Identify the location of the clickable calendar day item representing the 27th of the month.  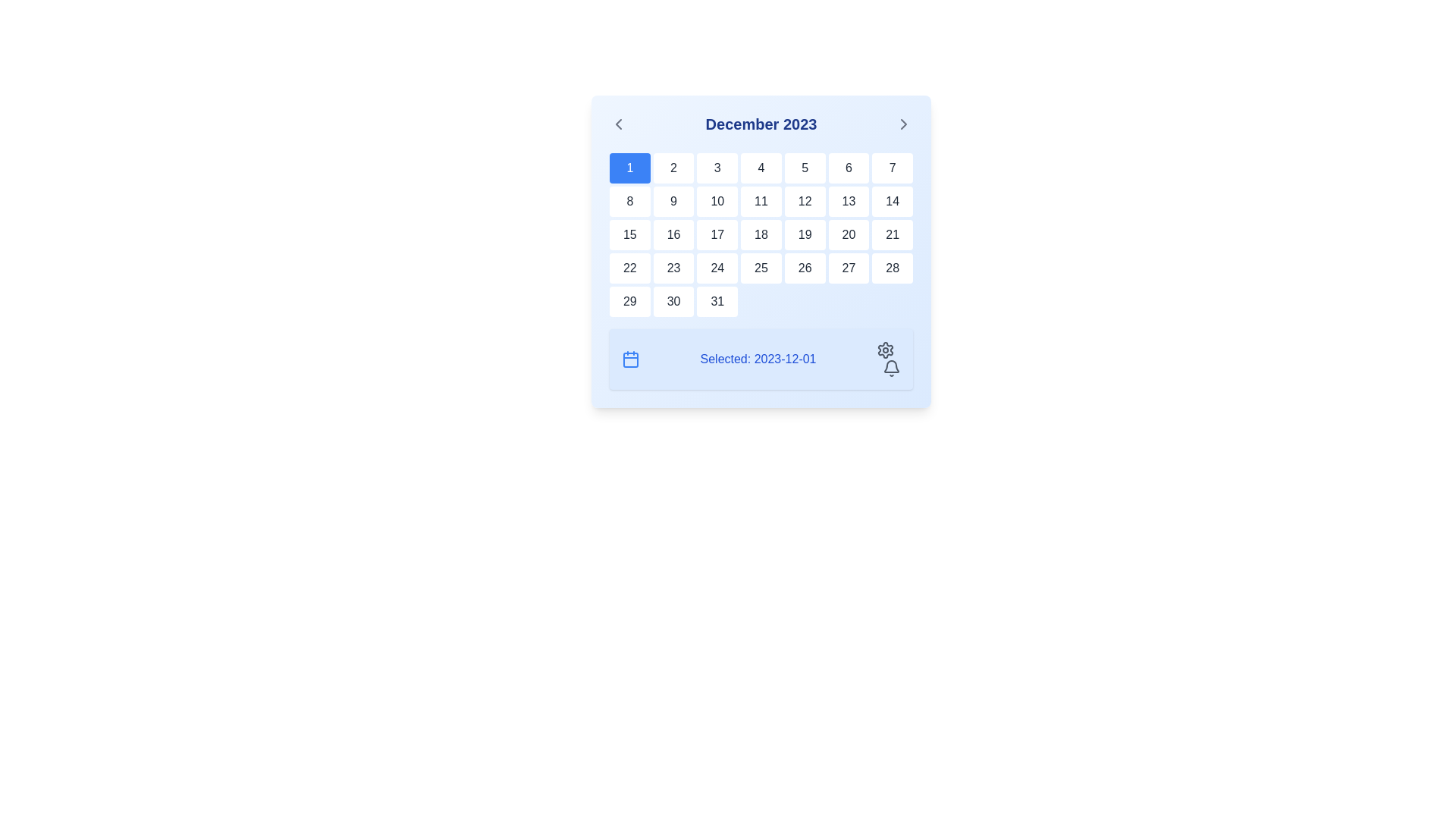
(848, 268).